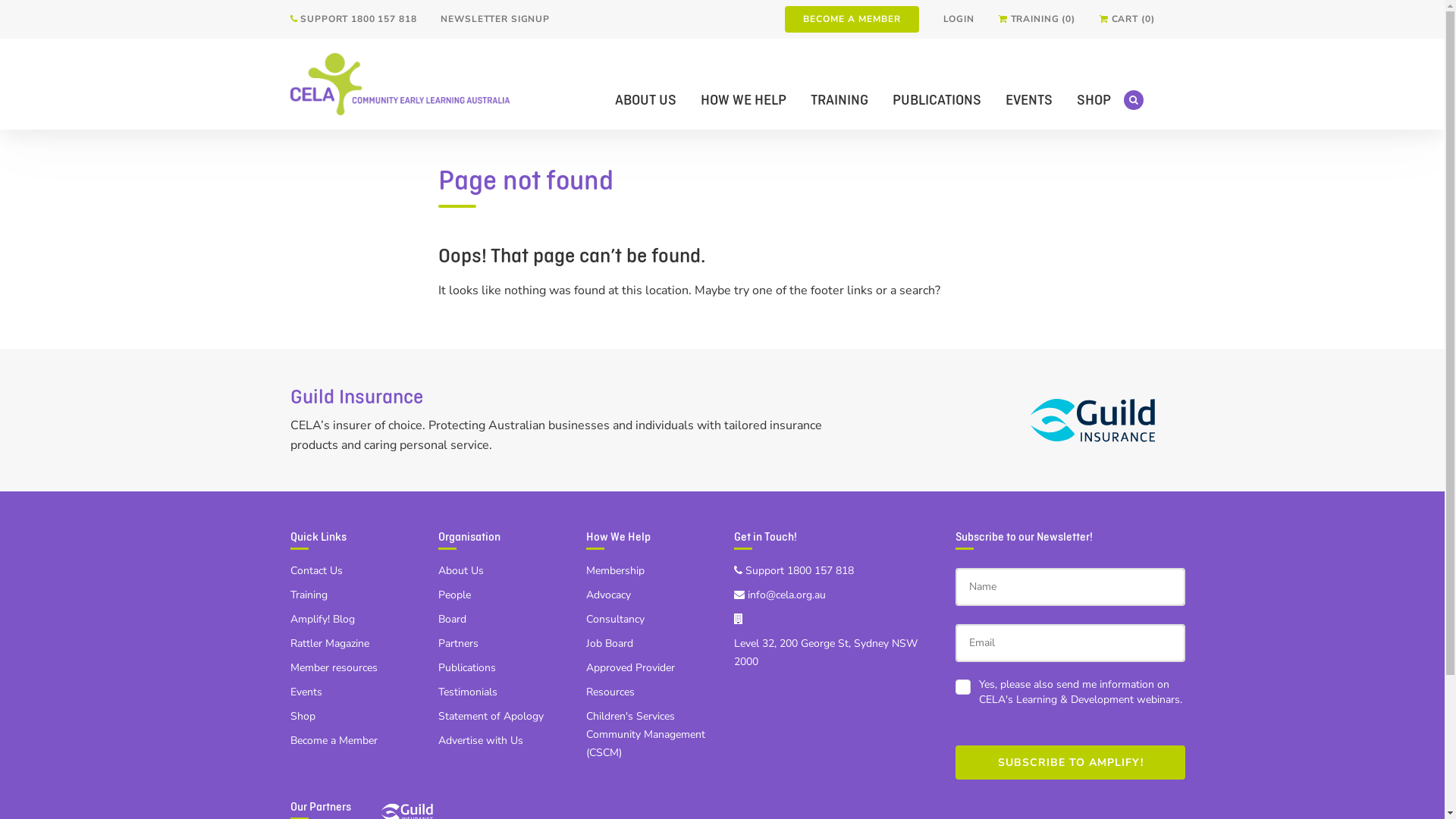 Image resolution: width=1456 pixels, height=819 pixels. What do you see at coordinates (328, 643) in the screenshot?
I see `'Rattler Magazine'` at bounding box center [328, 643].